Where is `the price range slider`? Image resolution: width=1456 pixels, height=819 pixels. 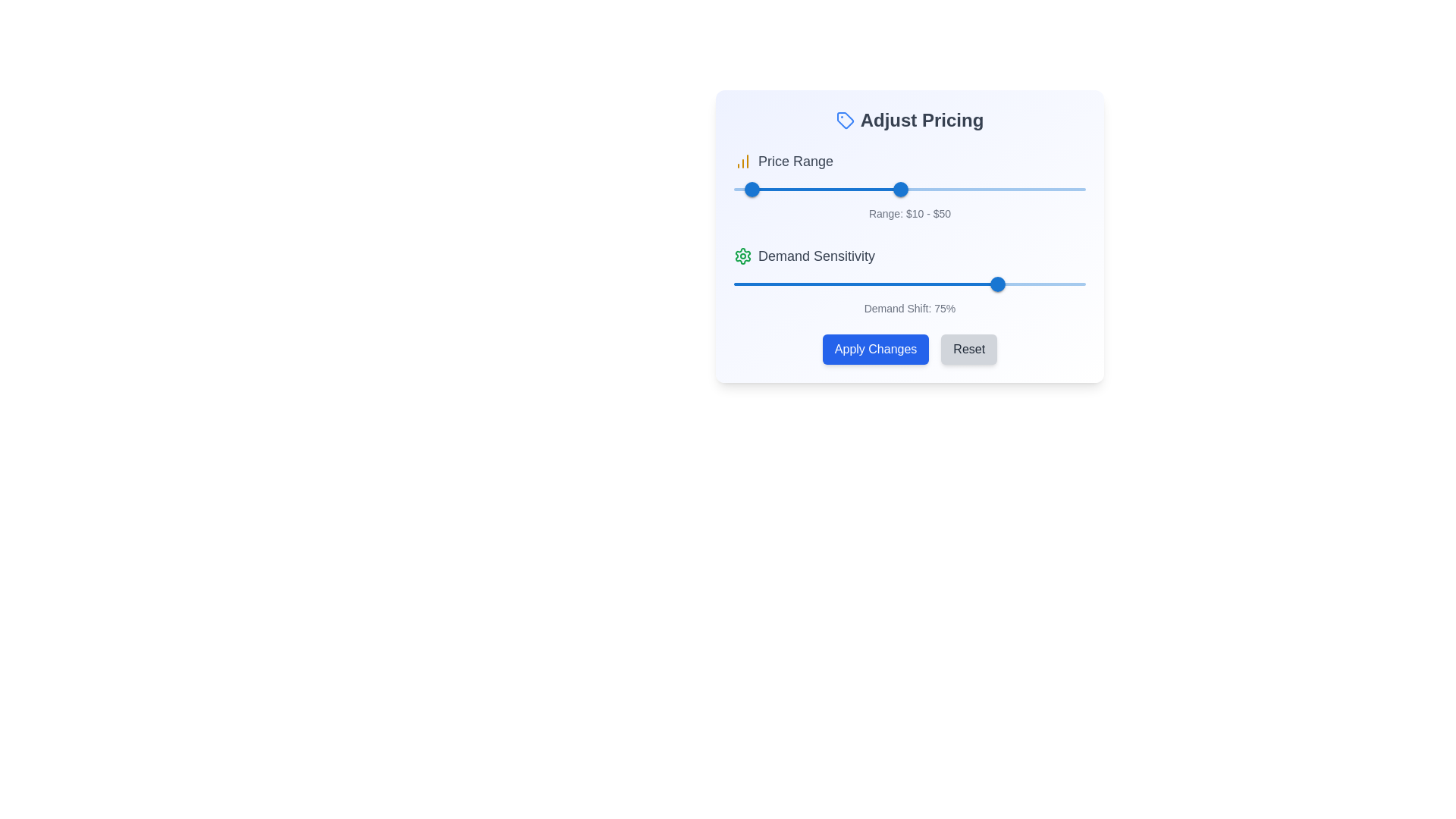 the price range slider is located at coordinates (893, 189).